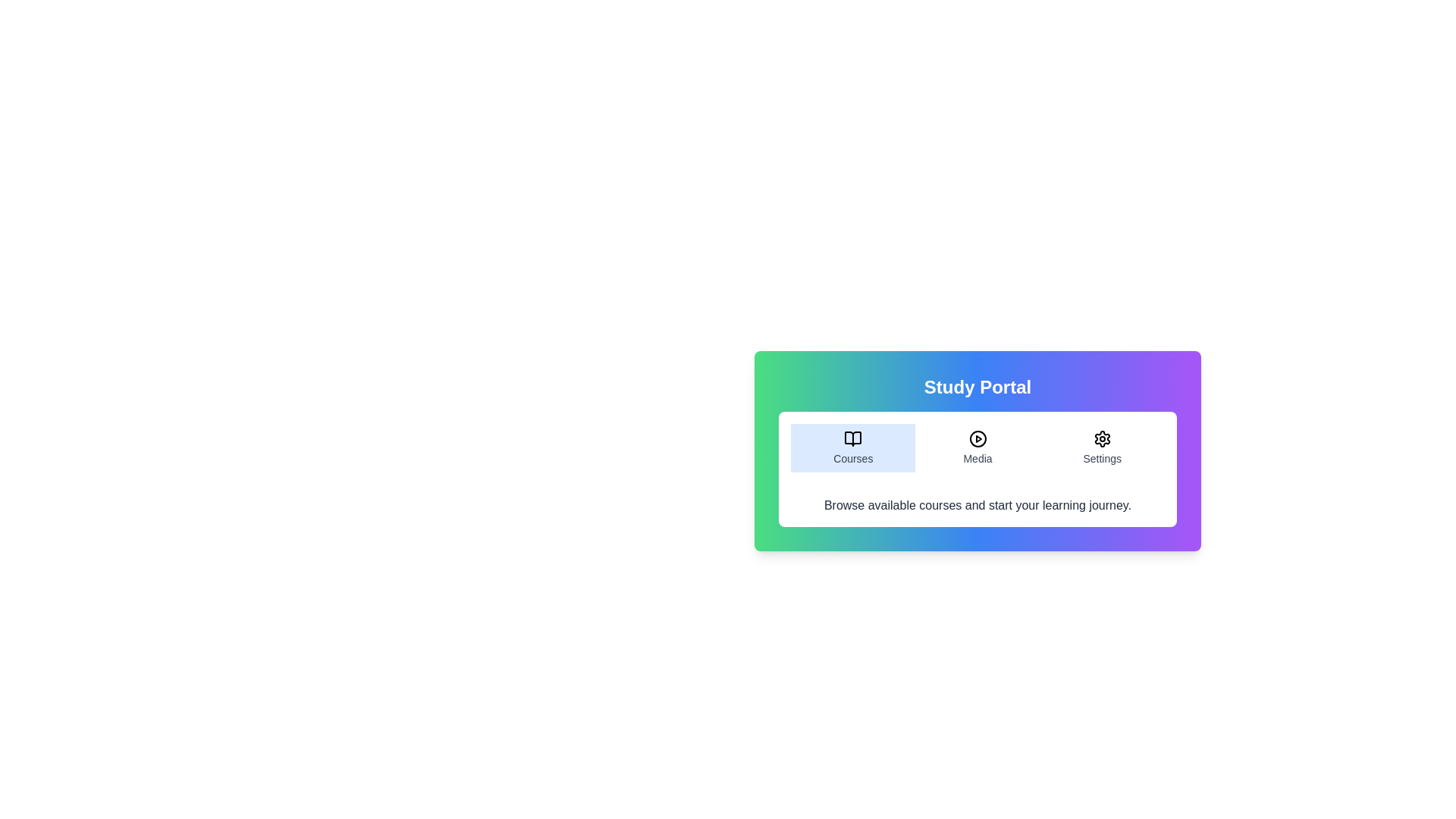 The image size is (1456, 819). Describe the element at coordinates (1102, 447) in the screenshot. I see `the Settings tab to read its content` at that location.